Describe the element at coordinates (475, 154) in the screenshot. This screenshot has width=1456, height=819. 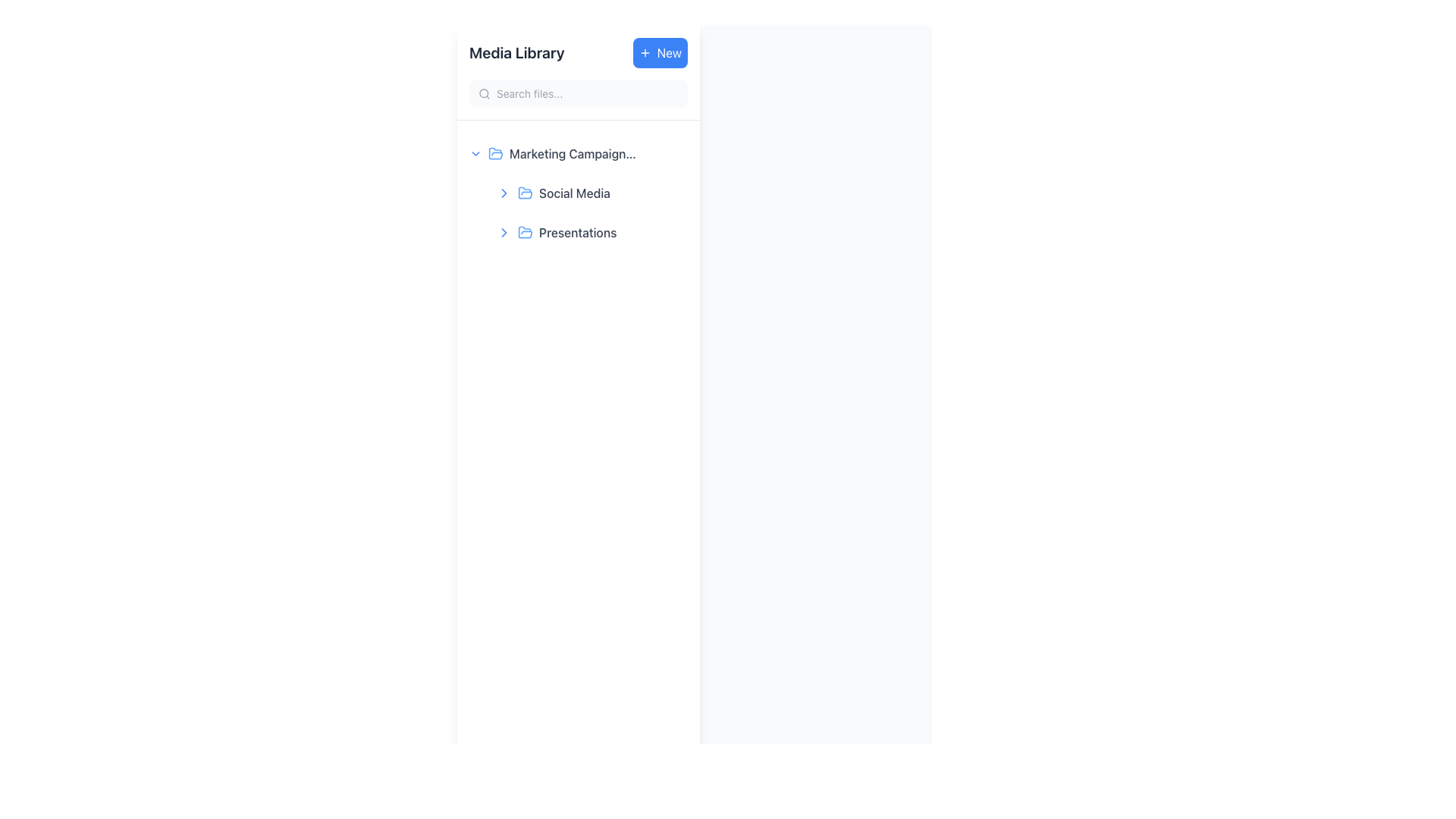
I see `the menu toggle icon located to the left of the 'Marketing Campaign 2024' text` at that location.